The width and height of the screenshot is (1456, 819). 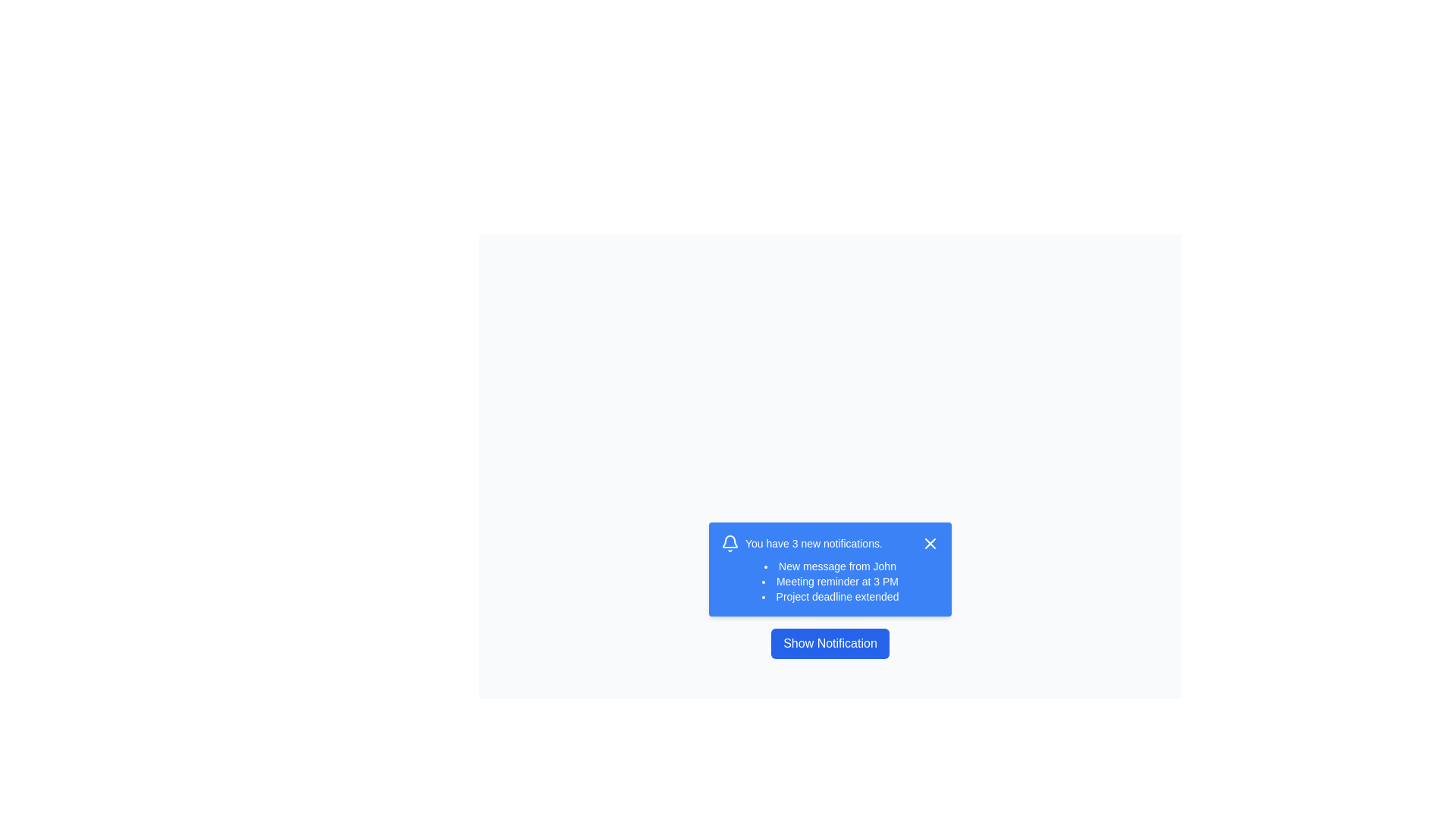 I want to click on the notification message with a bell icon that reads 'You have 3 new notifications.', so click(x=801, y=543).